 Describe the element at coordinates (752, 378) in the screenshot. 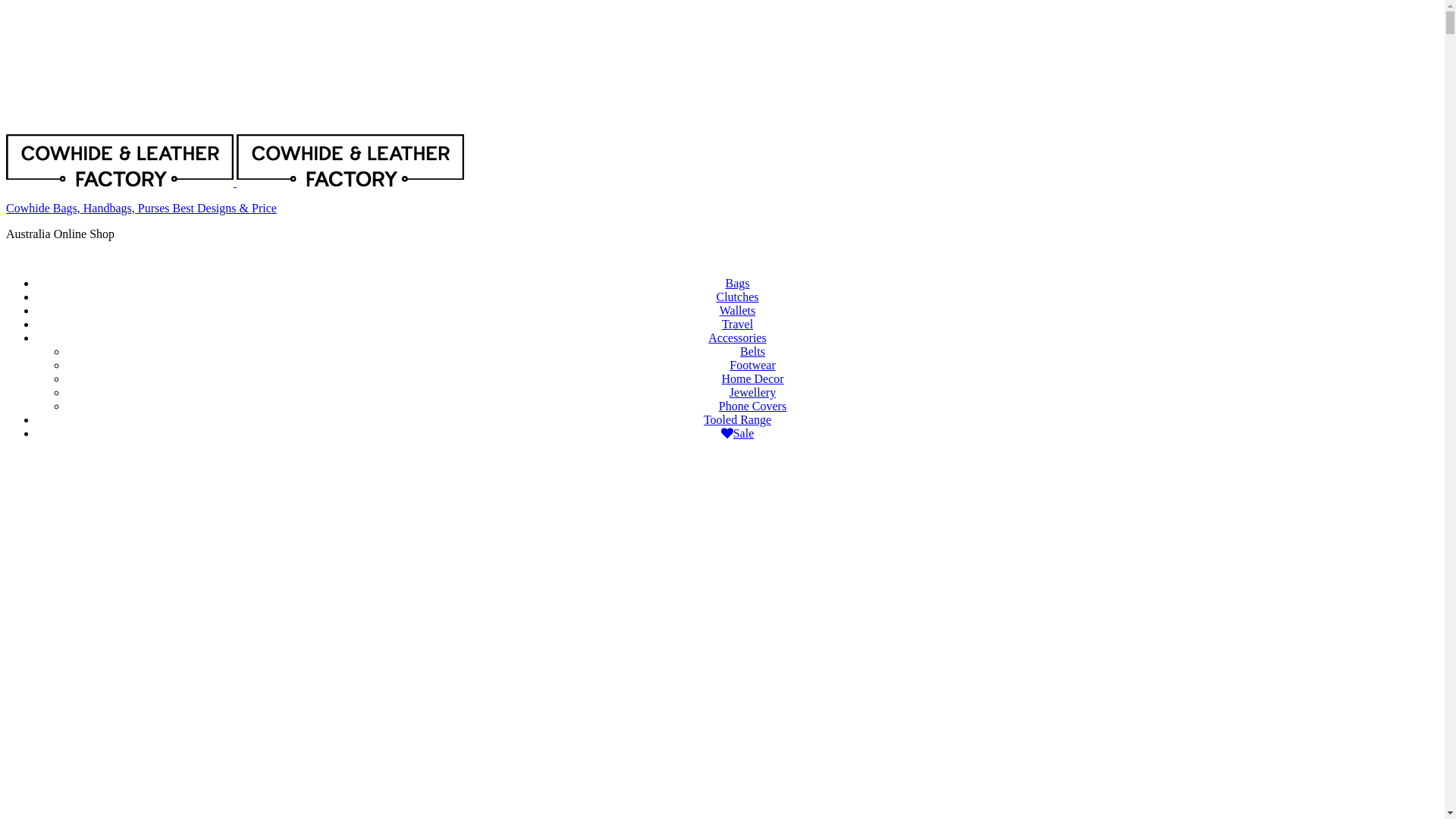

I see `'Home Decor'` at that location.